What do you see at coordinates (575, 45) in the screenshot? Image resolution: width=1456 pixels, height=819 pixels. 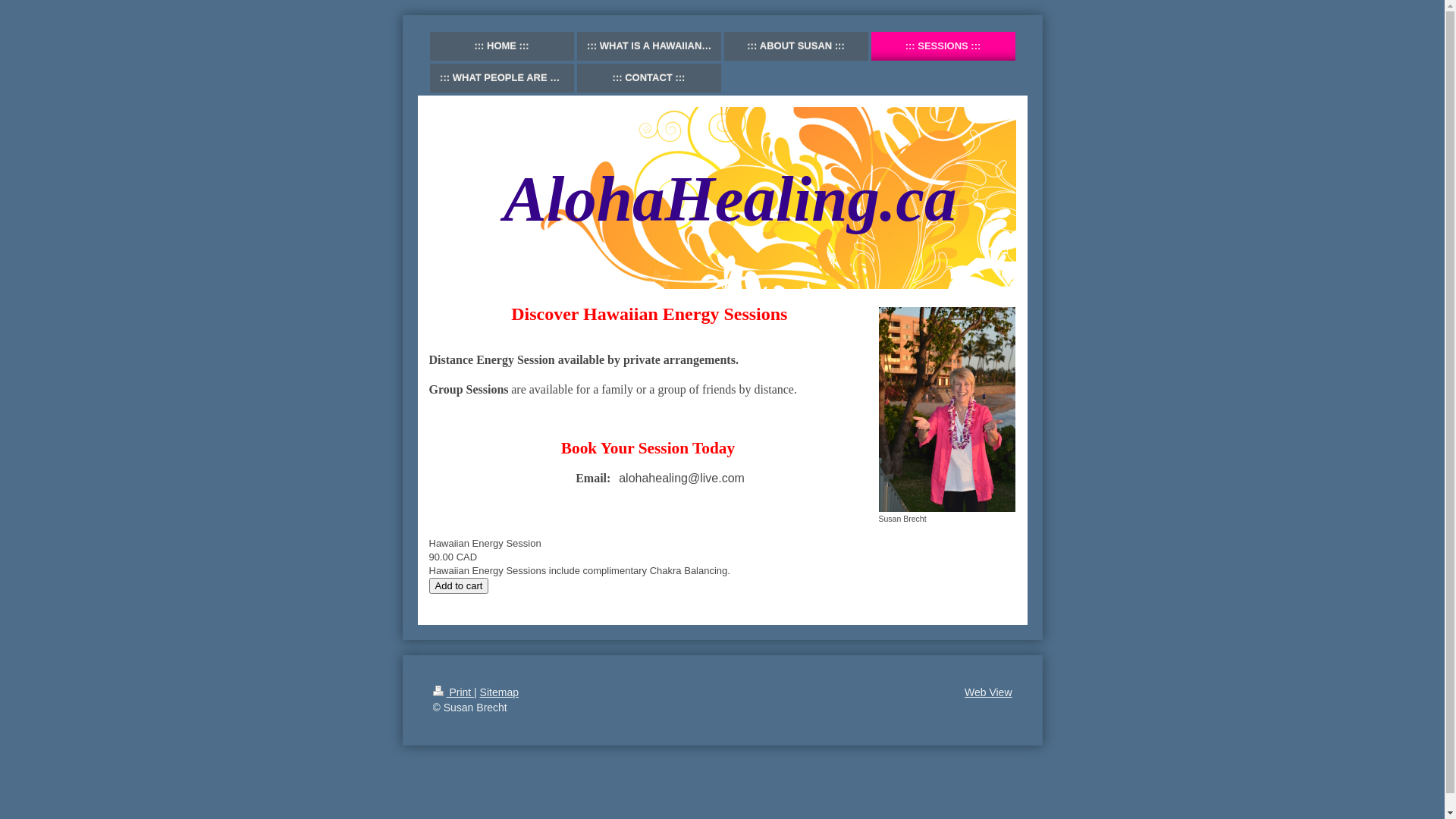 I see `'WHAT IS A HAWAIIAN ENERGY SESSION?'` at bounding box center [575, 45].